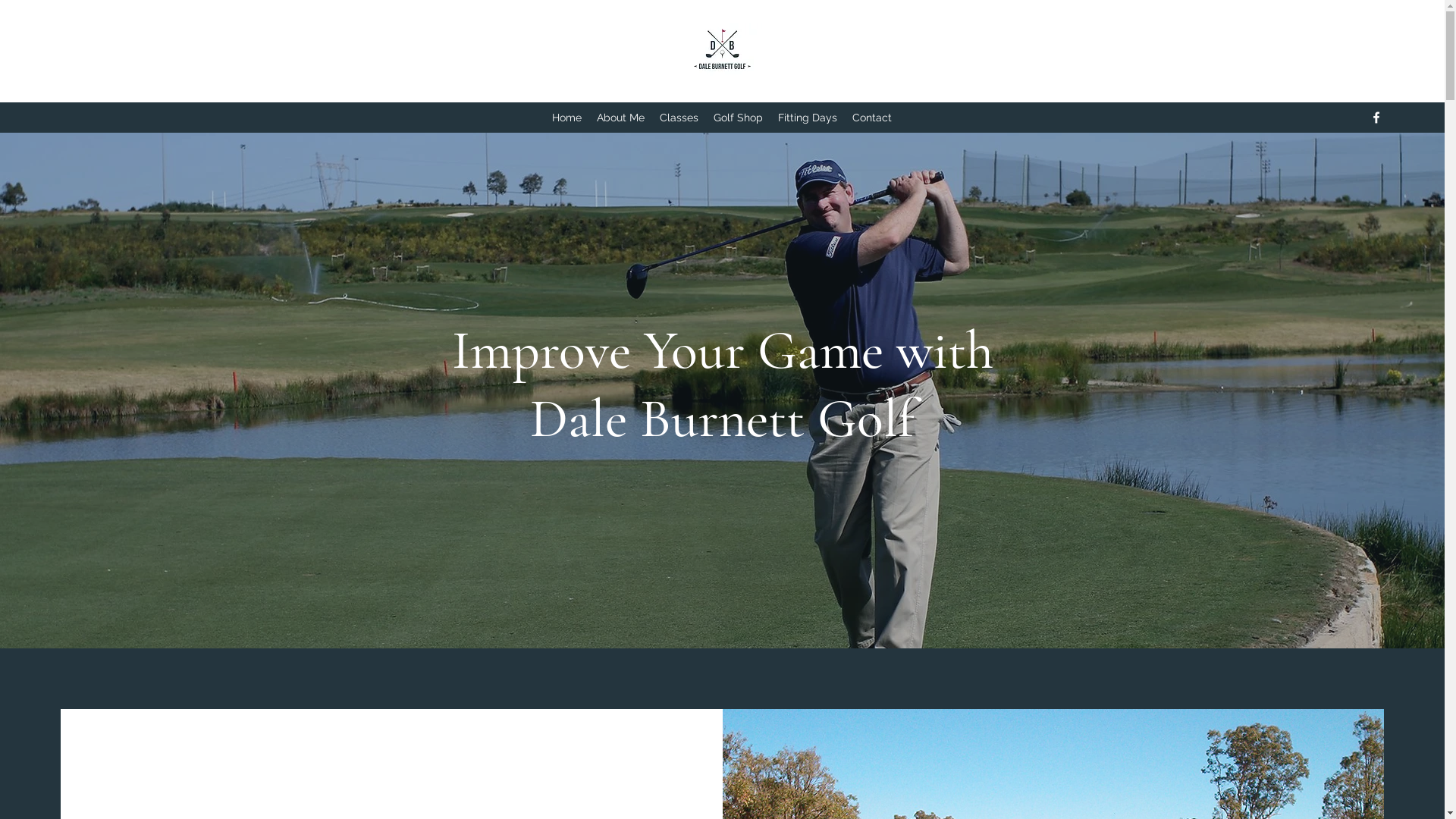  I want to click on 'Classes', so click(678, 116).